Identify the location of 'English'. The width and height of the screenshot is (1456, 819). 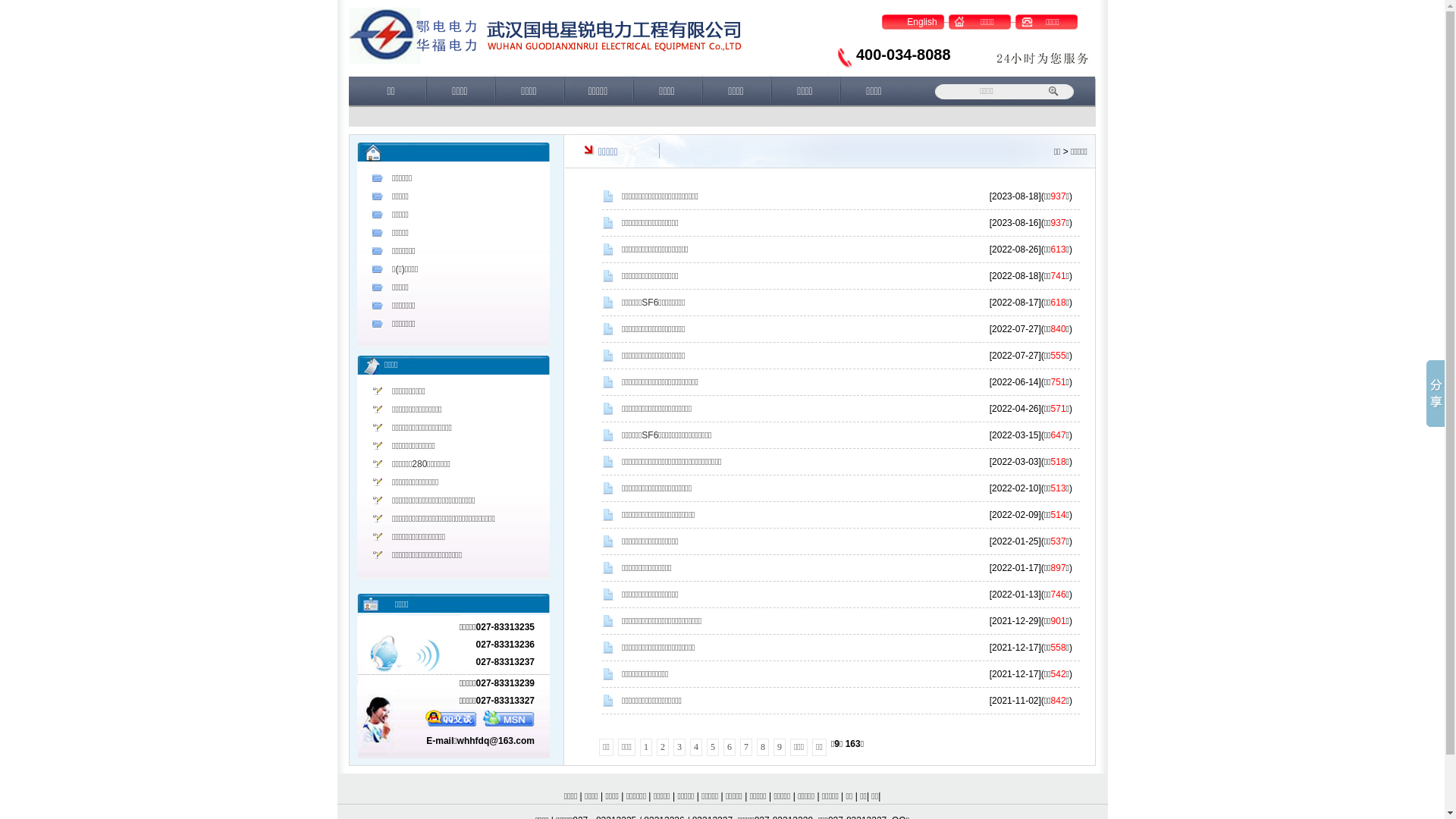
(921, 22).